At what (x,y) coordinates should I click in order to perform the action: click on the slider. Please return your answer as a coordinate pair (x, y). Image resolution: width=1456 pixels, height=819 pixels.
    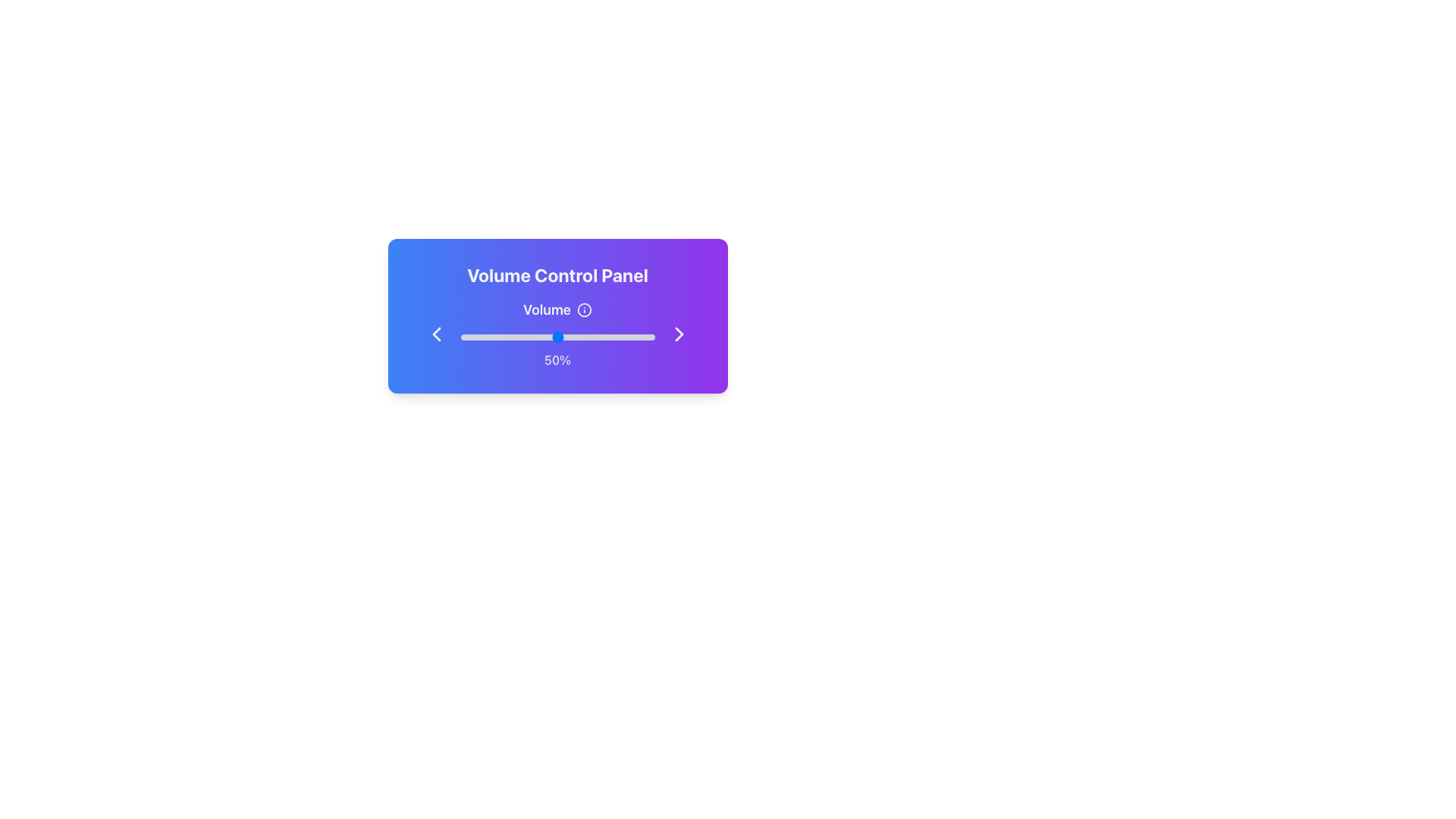
    Looking at the image, I should click on (494, 336).